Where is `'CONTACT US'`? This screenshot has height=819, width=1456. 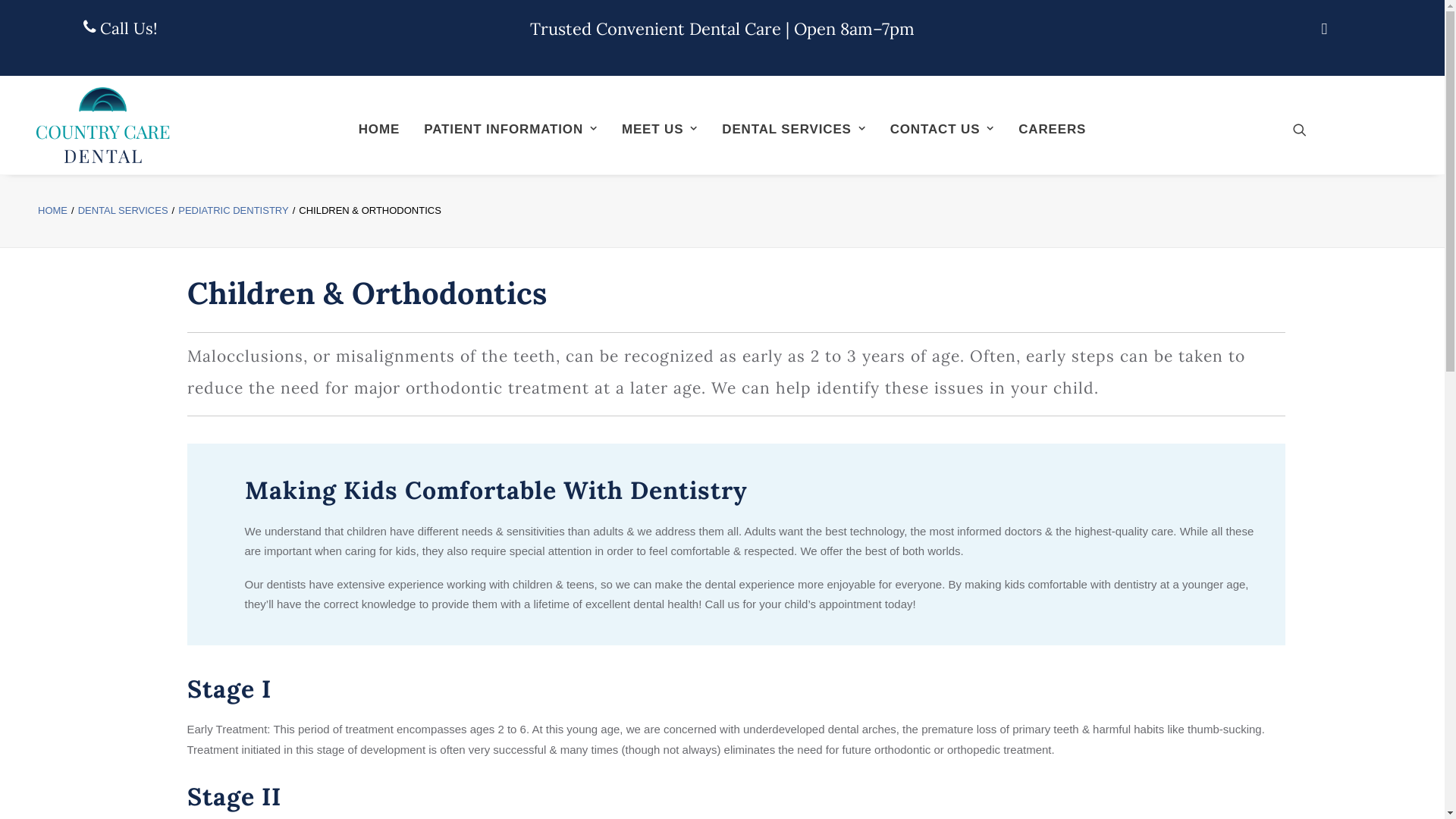
'CONTACT US' is located at coordinates (941, 127).